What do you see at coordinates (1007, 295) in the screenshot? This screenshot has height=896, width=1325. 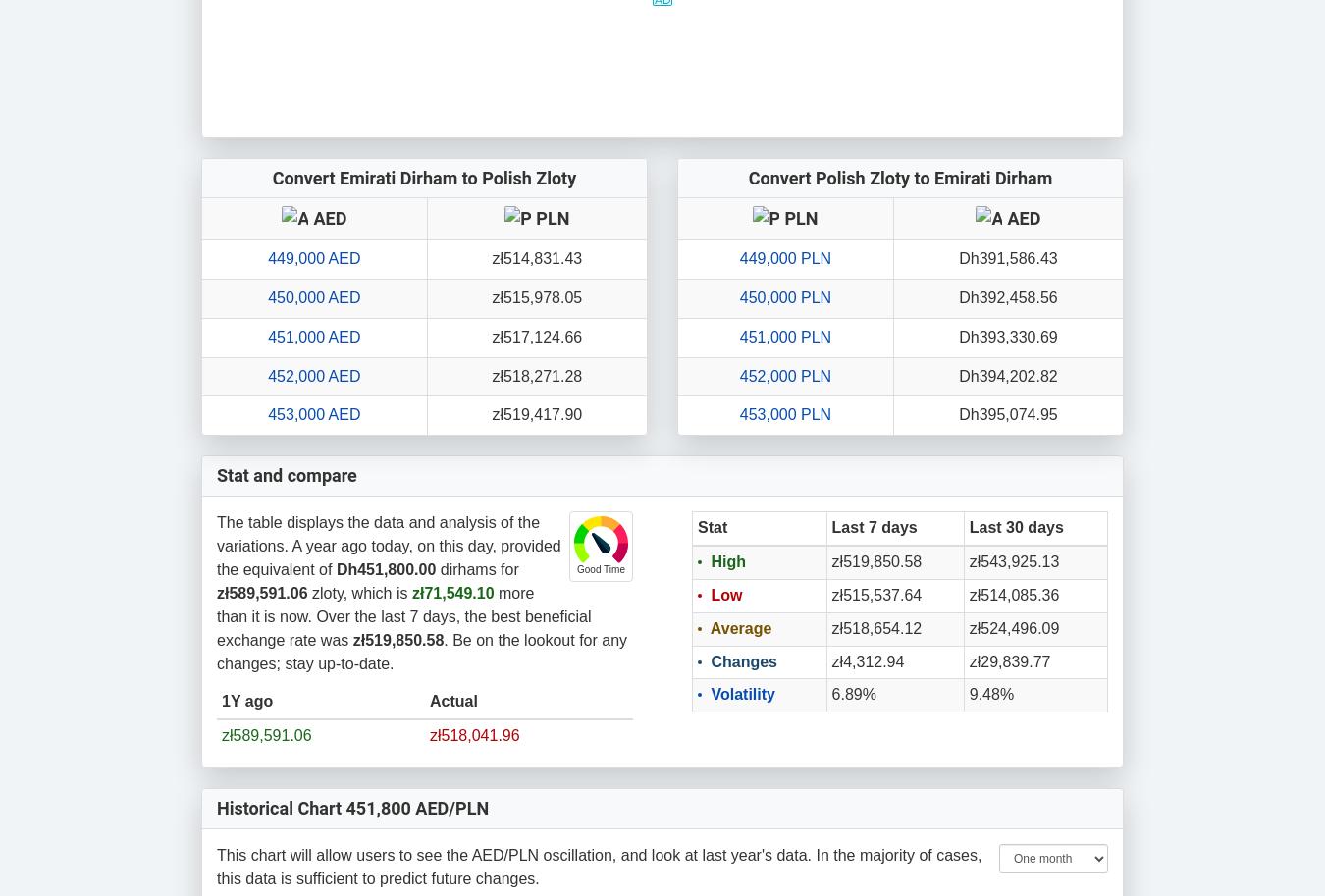 I see `'Dh392,458.56'` at bounding box center [1007, 295].